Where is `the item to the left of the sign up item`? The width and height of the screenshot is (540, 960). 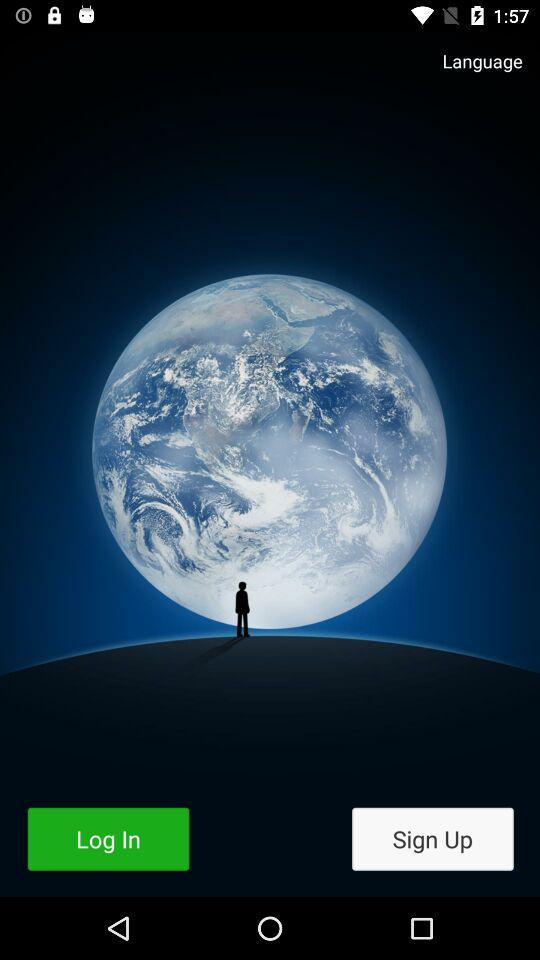
the item to the left of the sign up item is located at coordinates (108, 839).